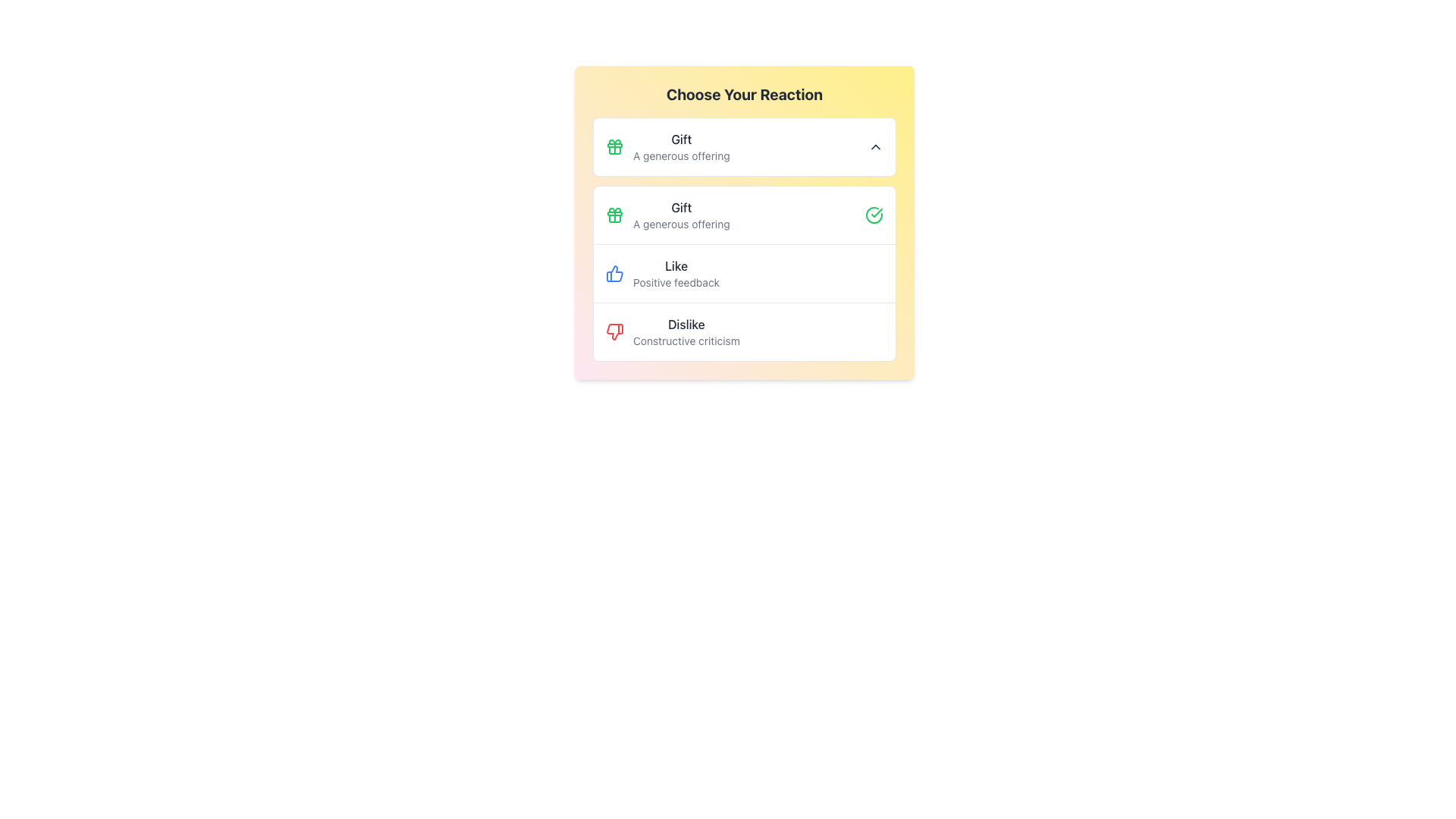 This screenshot has width=1456, height=819. I want to click on the green checkmark icon located within a circular boundary, which signifies approval or confirmation, so click(877, 213).